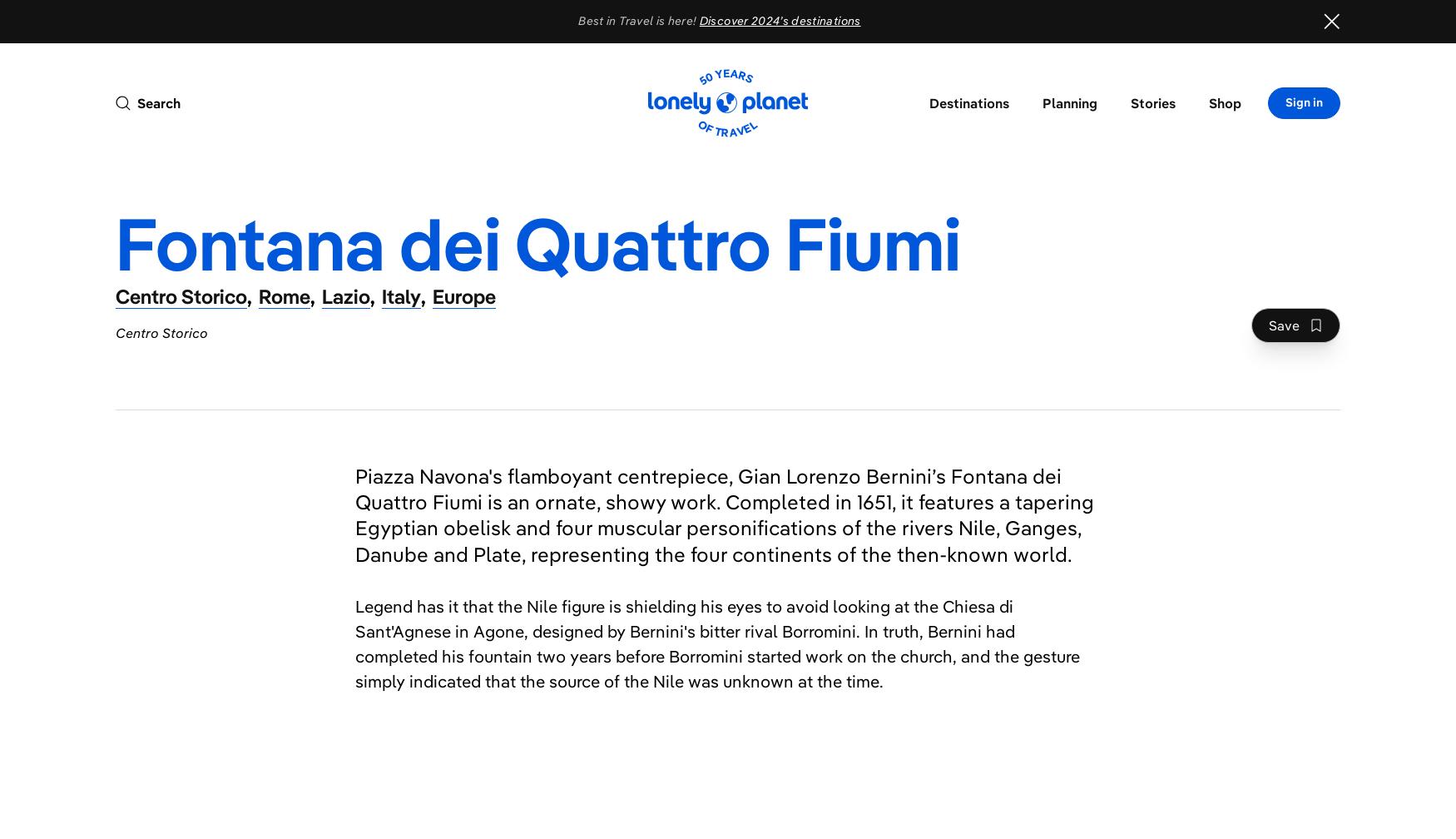  I want to click on 'Palatino', so click(1366, 190).